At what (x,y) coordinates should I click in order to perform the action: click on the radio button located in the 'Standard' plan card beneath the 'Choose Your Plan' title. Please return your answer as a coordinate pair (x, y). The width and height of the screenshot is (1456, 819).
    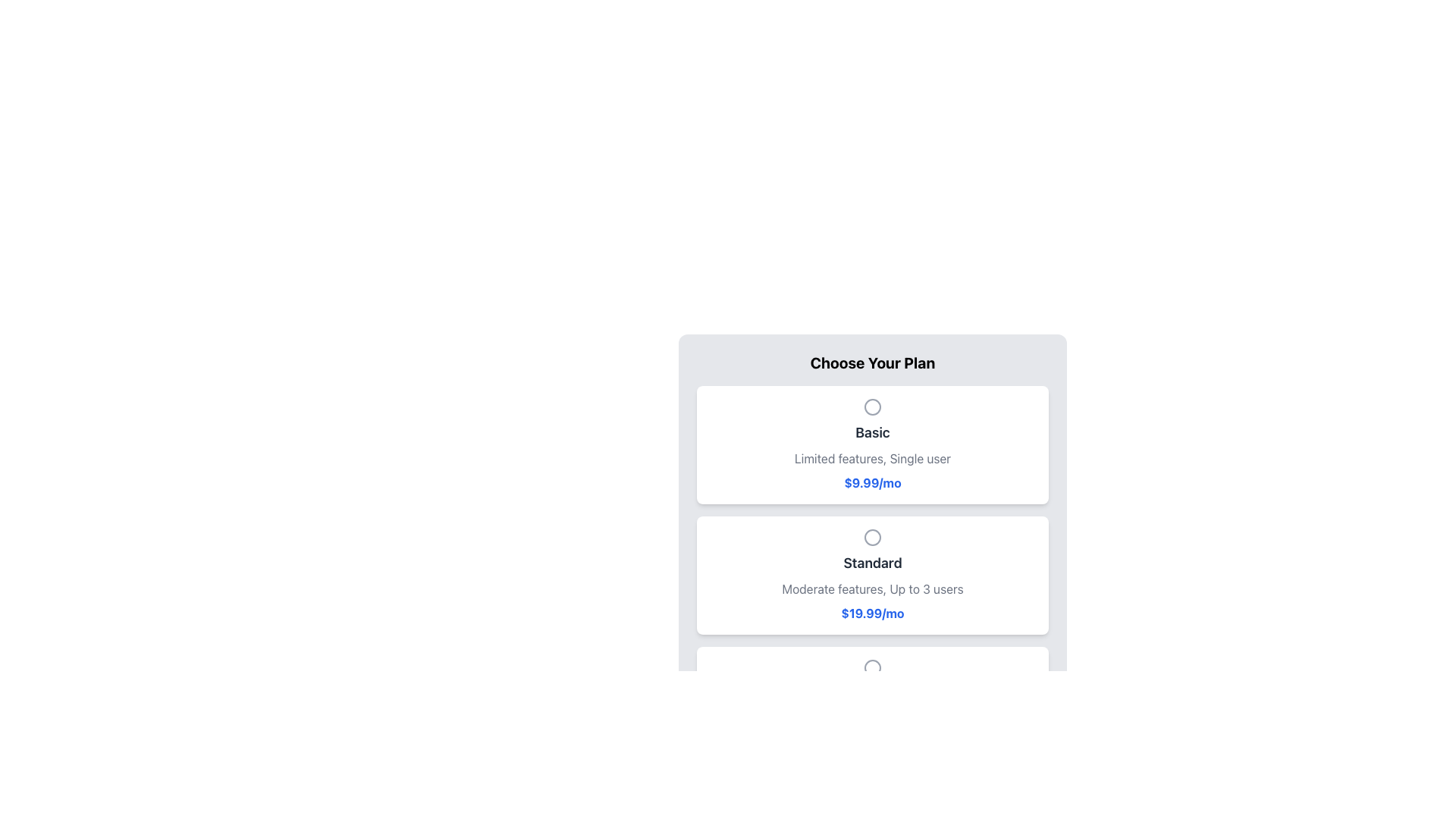
    Looking at the image, I should click on (873, 537).